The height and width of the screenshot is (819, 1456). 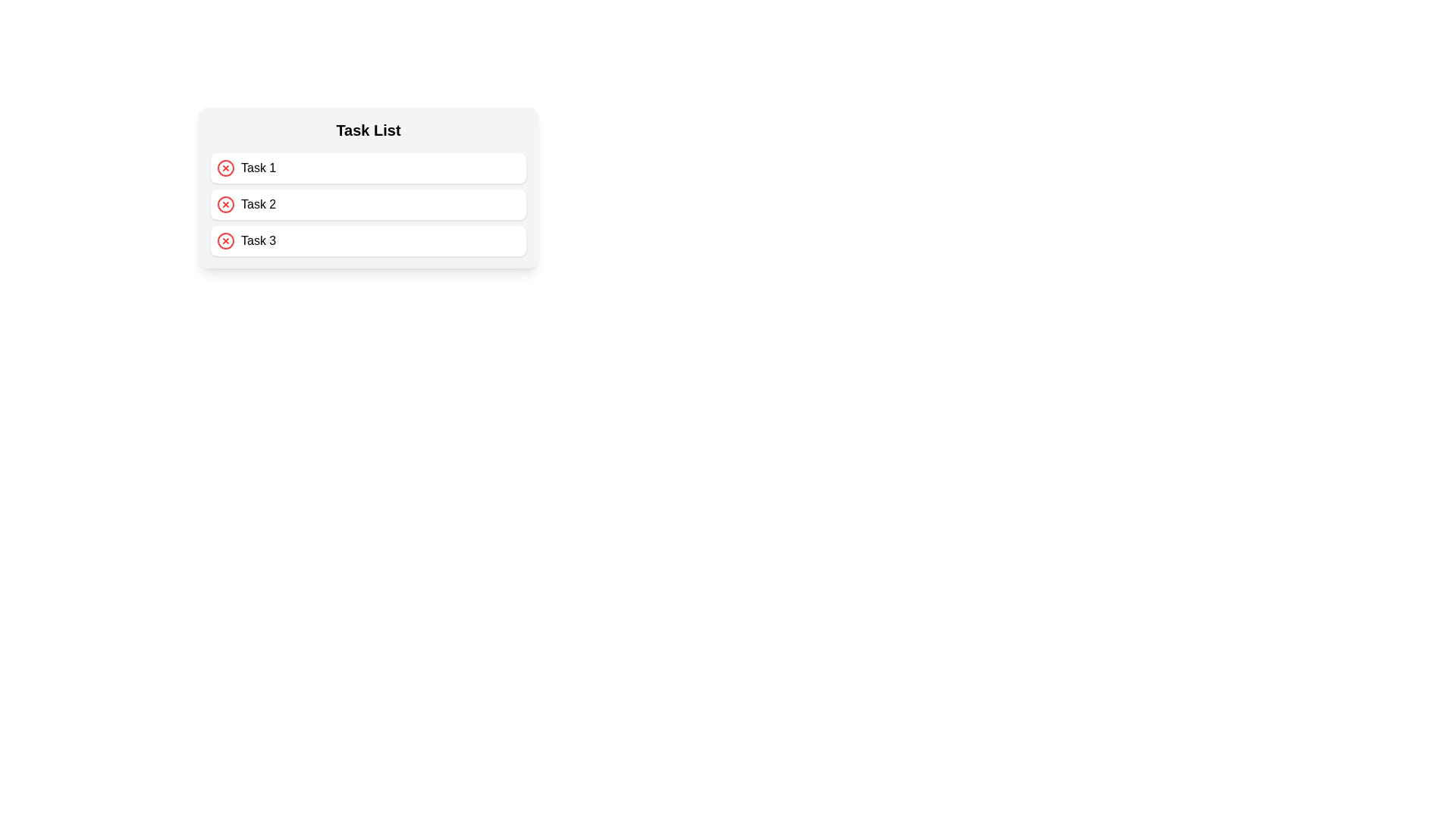 I want to click on text from the title label of the third task entry in the task list, located at the bottom of the three task items, so click(x=246, y=240).